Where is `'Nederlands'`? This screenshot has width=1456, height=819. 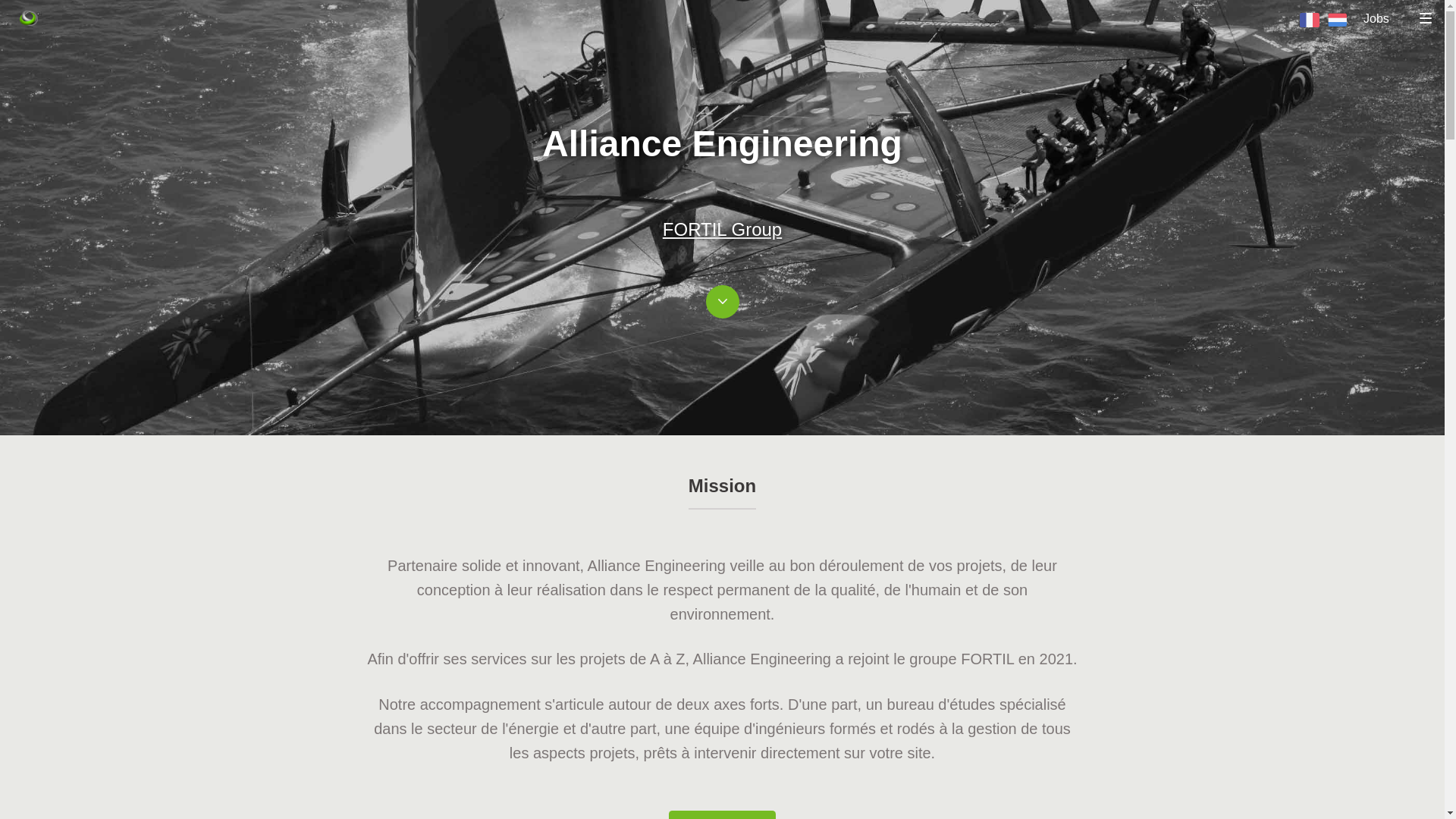 'Nederlands' is located at coordinates (1327, 20).